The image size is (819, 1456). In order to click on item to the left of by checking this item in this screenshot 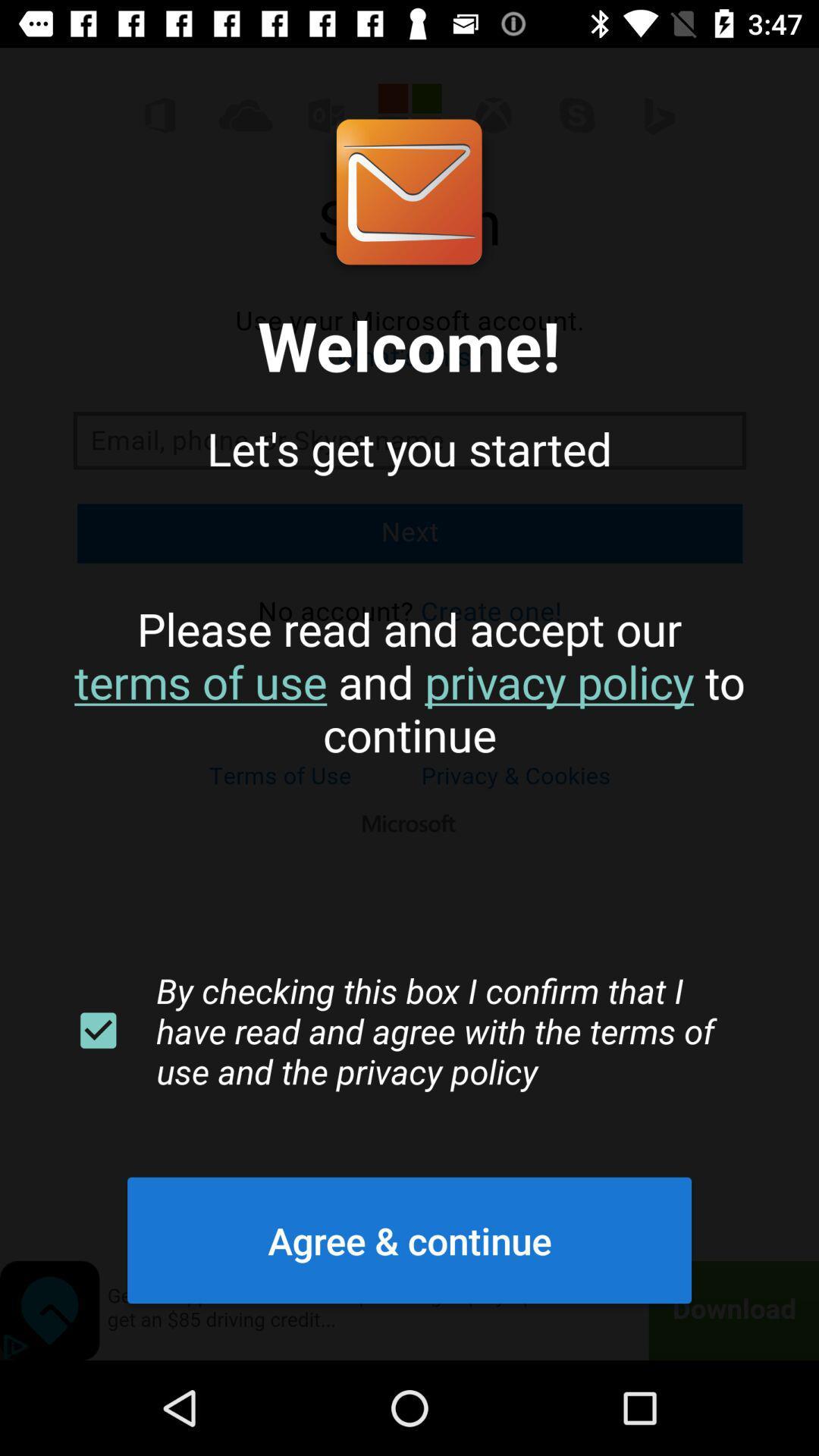, I will do `click(98, 1031)`.